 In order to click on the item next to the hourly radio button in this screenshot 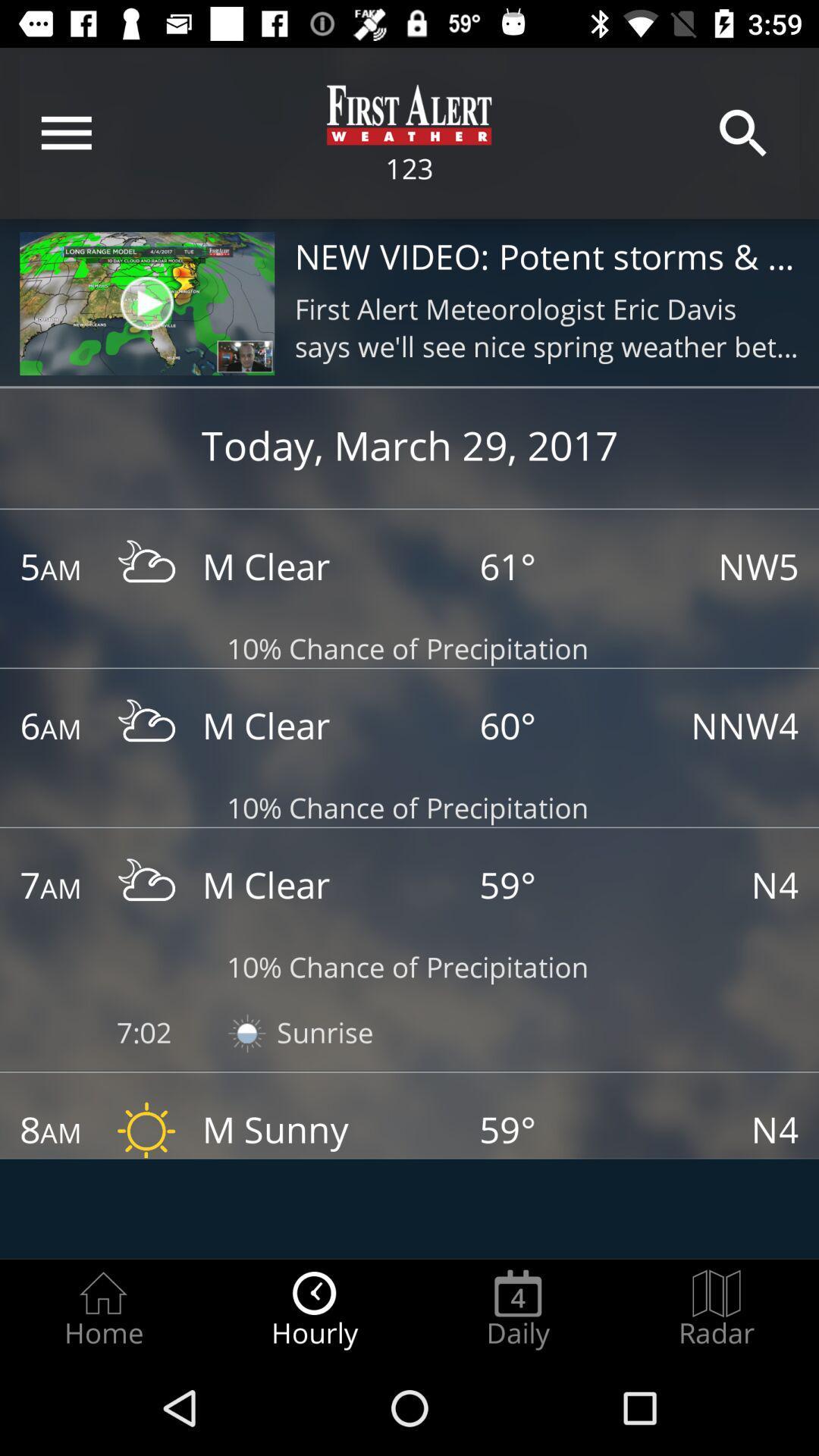, I will do `click(517, 1309)`.